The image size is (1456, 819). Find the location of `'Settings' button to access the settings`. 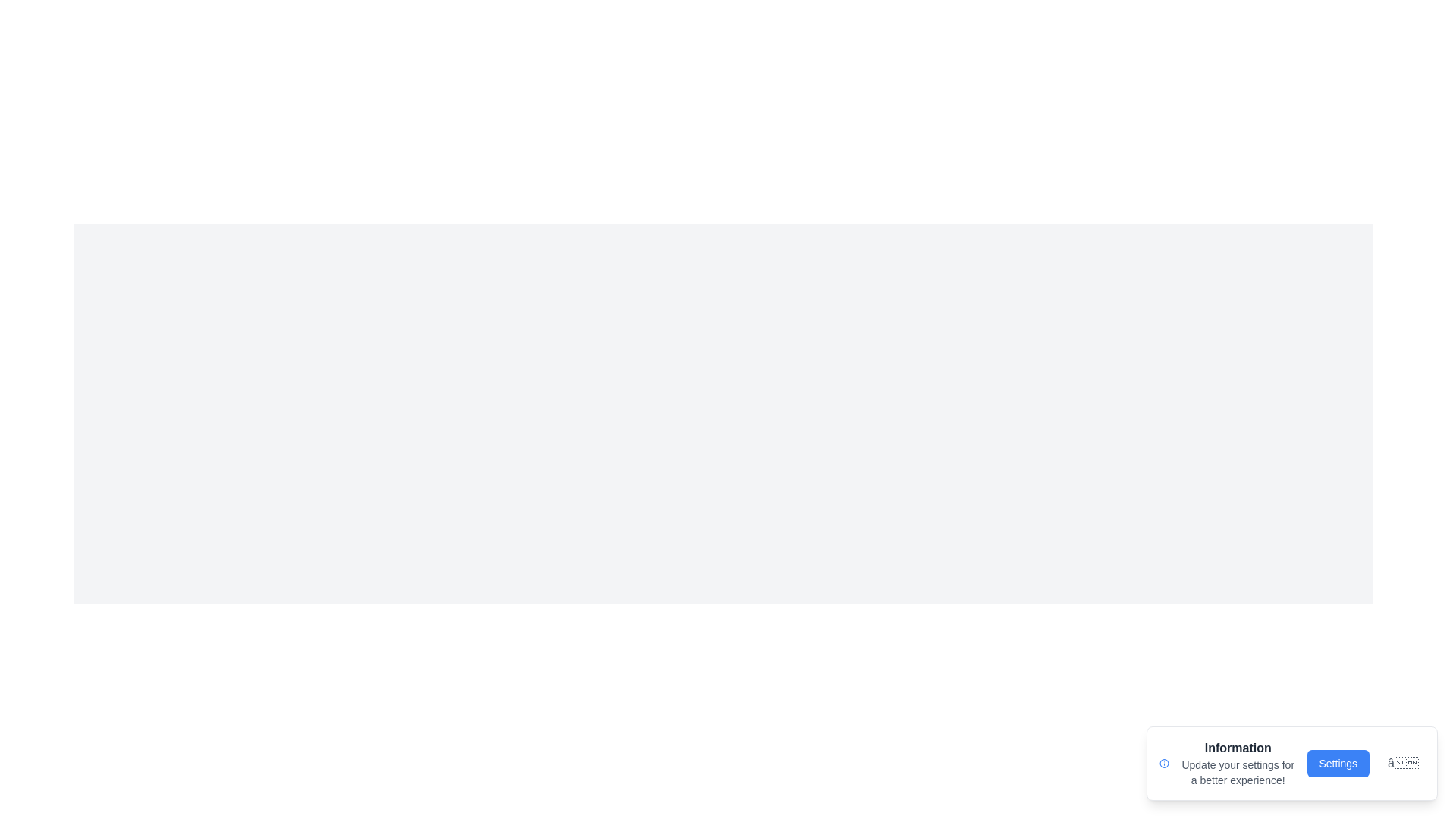

'Settings' button to access the settings is located at coordinates (1338, 763).